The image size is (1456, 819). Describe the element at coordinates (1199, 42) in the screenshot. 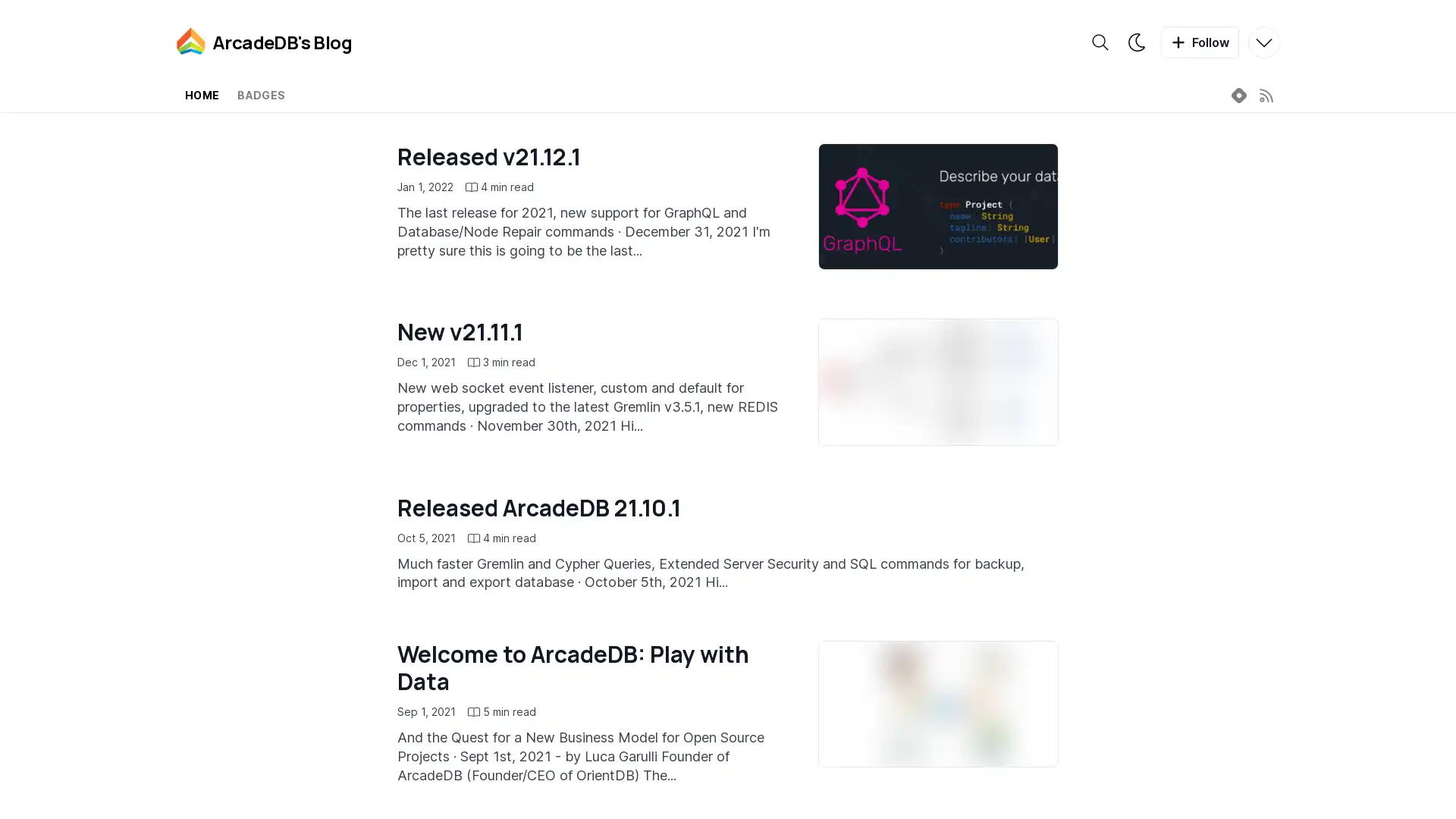

I see `Follow` at that location.